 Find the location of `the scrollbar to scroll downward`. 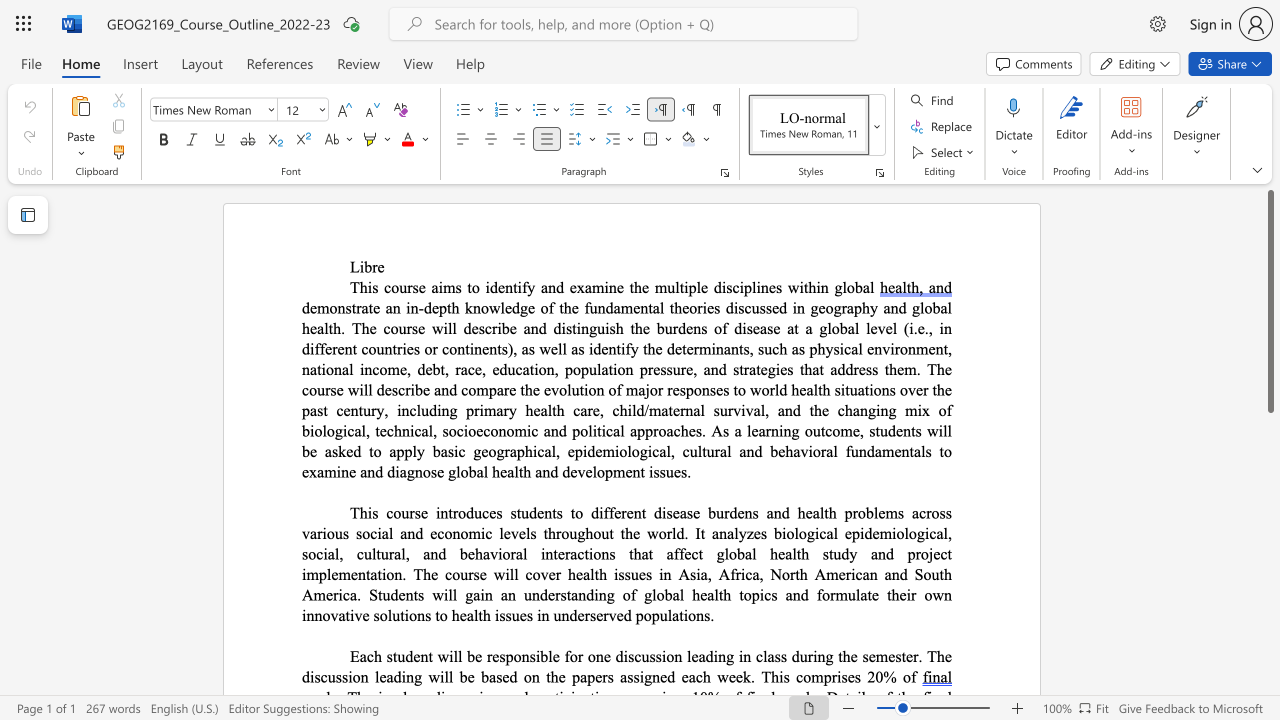

the scrollbar to scroll downward is located at coordinates (1269, 460).